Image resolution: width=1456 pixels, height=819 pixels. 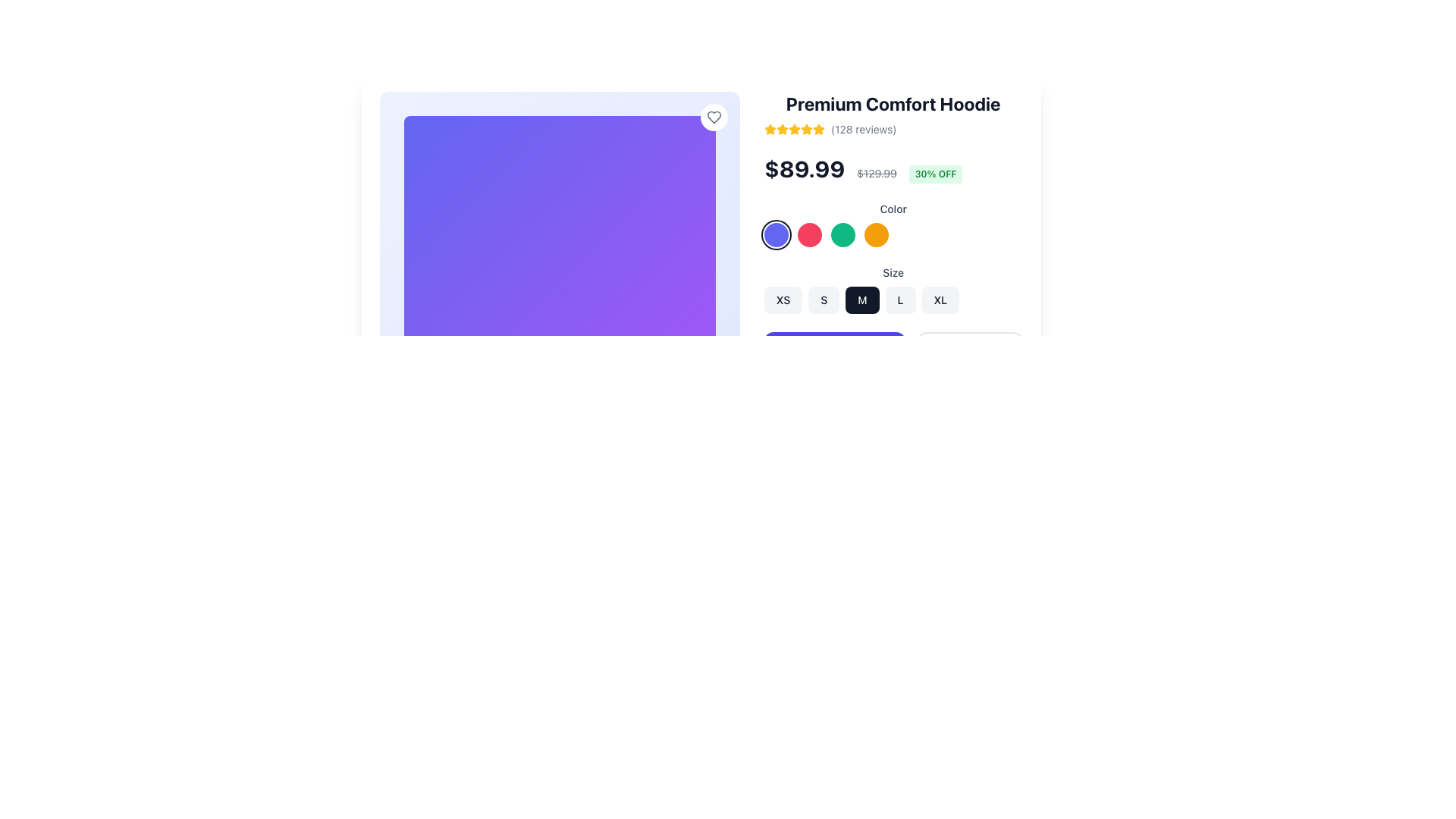 I want to click on the button labeled 'L' with a light gray background and rounded corners, so click(x=893, y=300).